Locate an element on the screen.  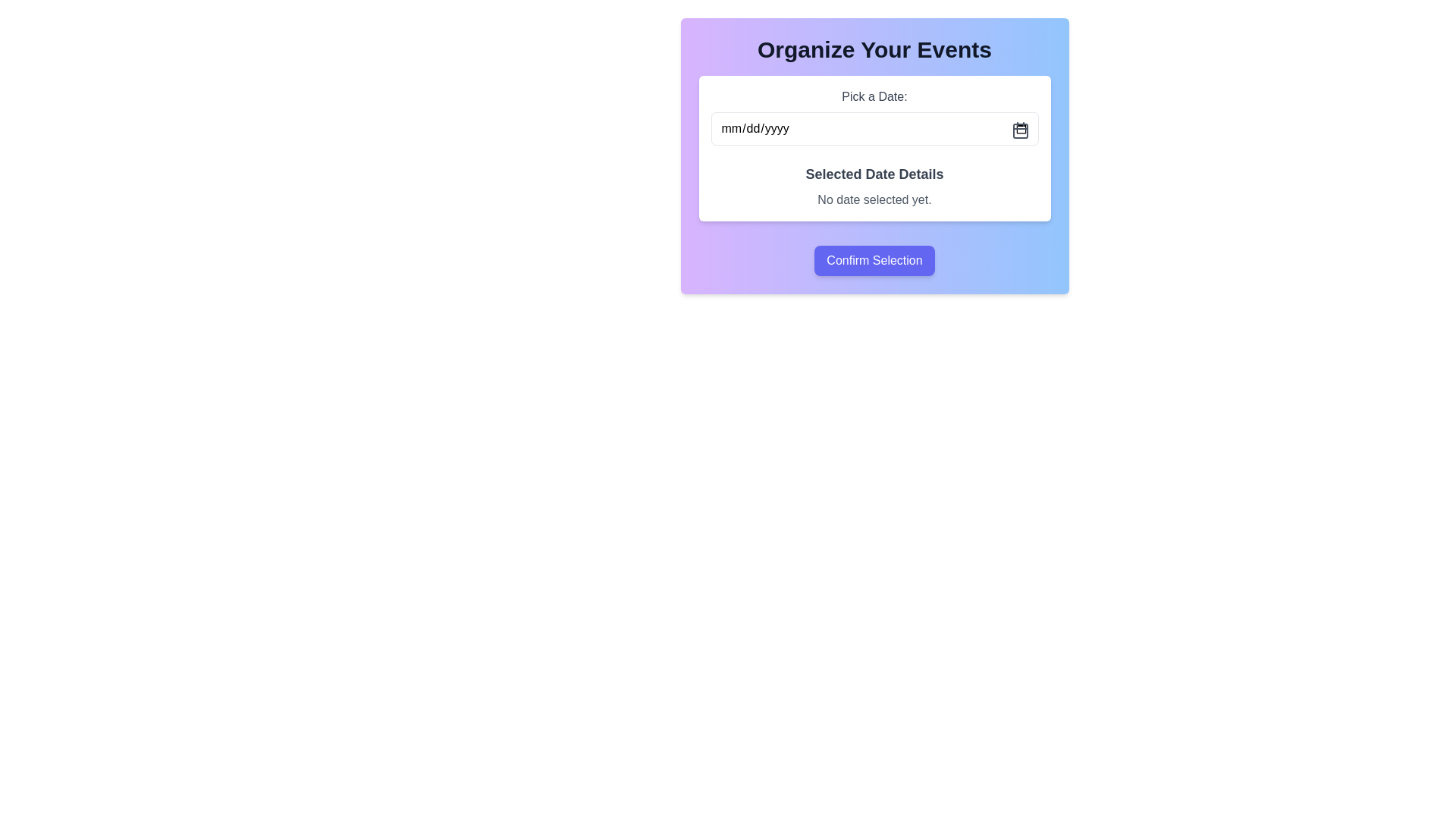
the calendar icon located near the top right corner of the date input field is located at coordinates (1020, 130).